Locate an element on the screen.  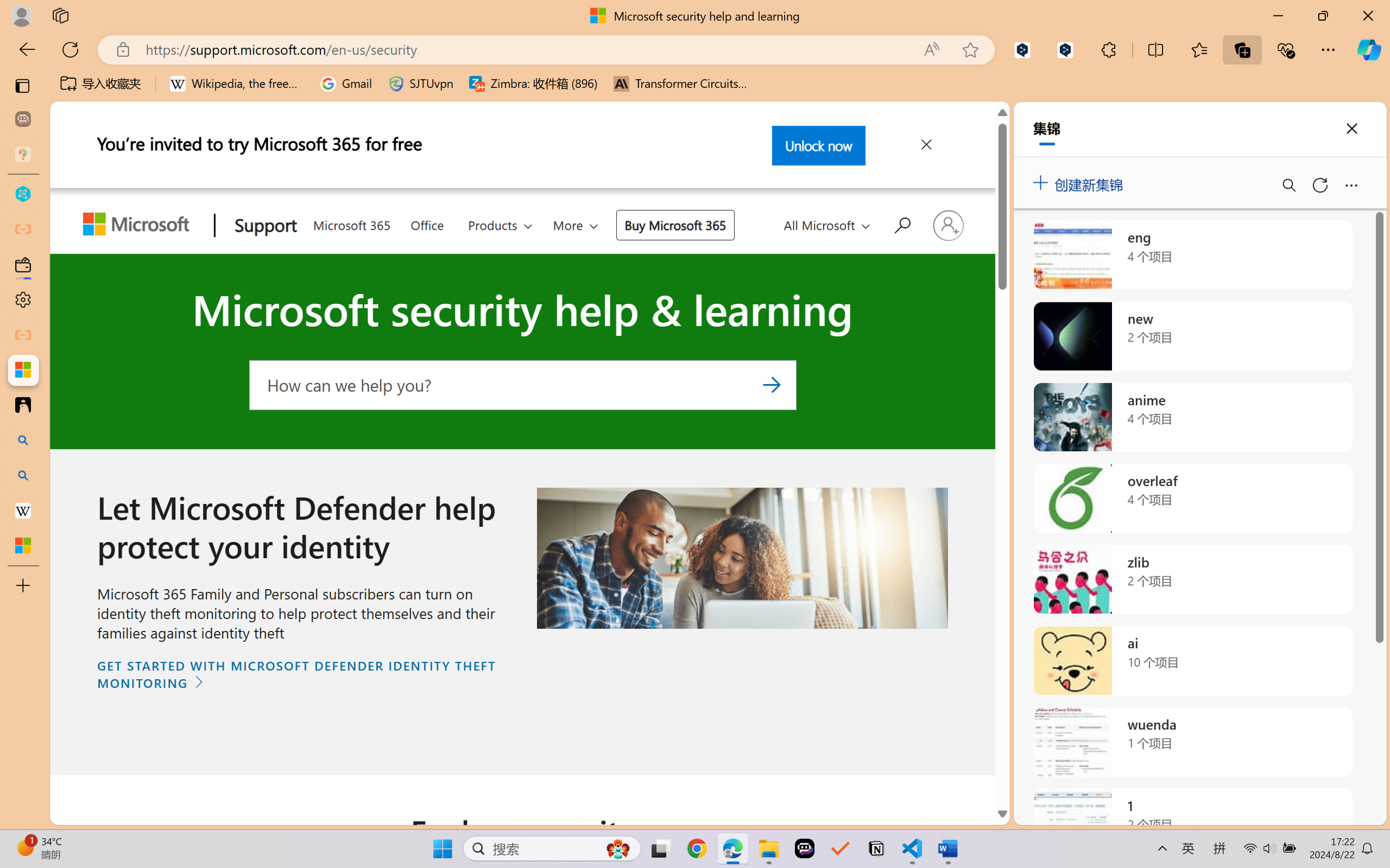
'Microsoft 365' is located at coordinates (351, 223).